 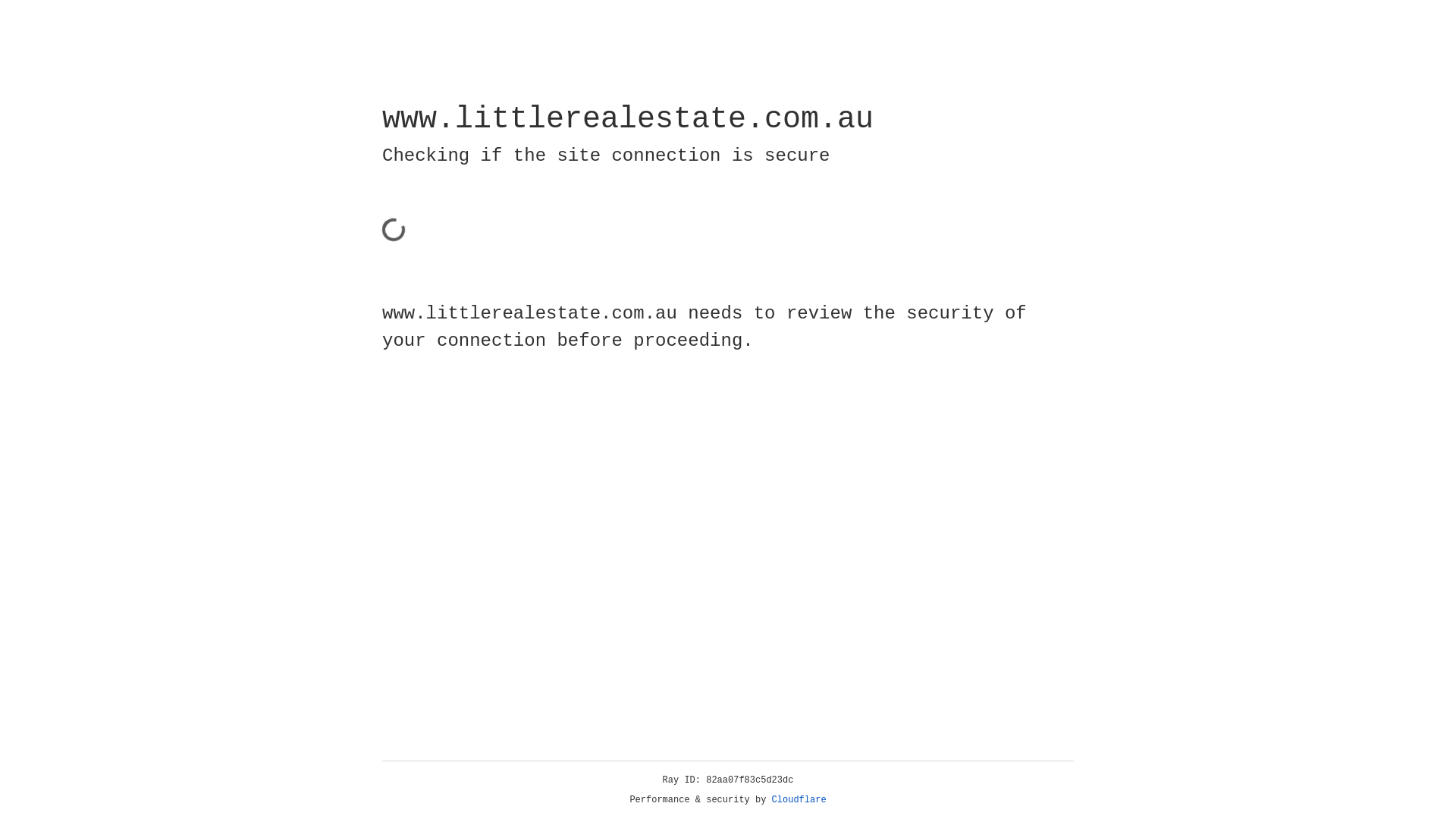 I want to click on 'Cloudflare', so click(x=799, y=799).